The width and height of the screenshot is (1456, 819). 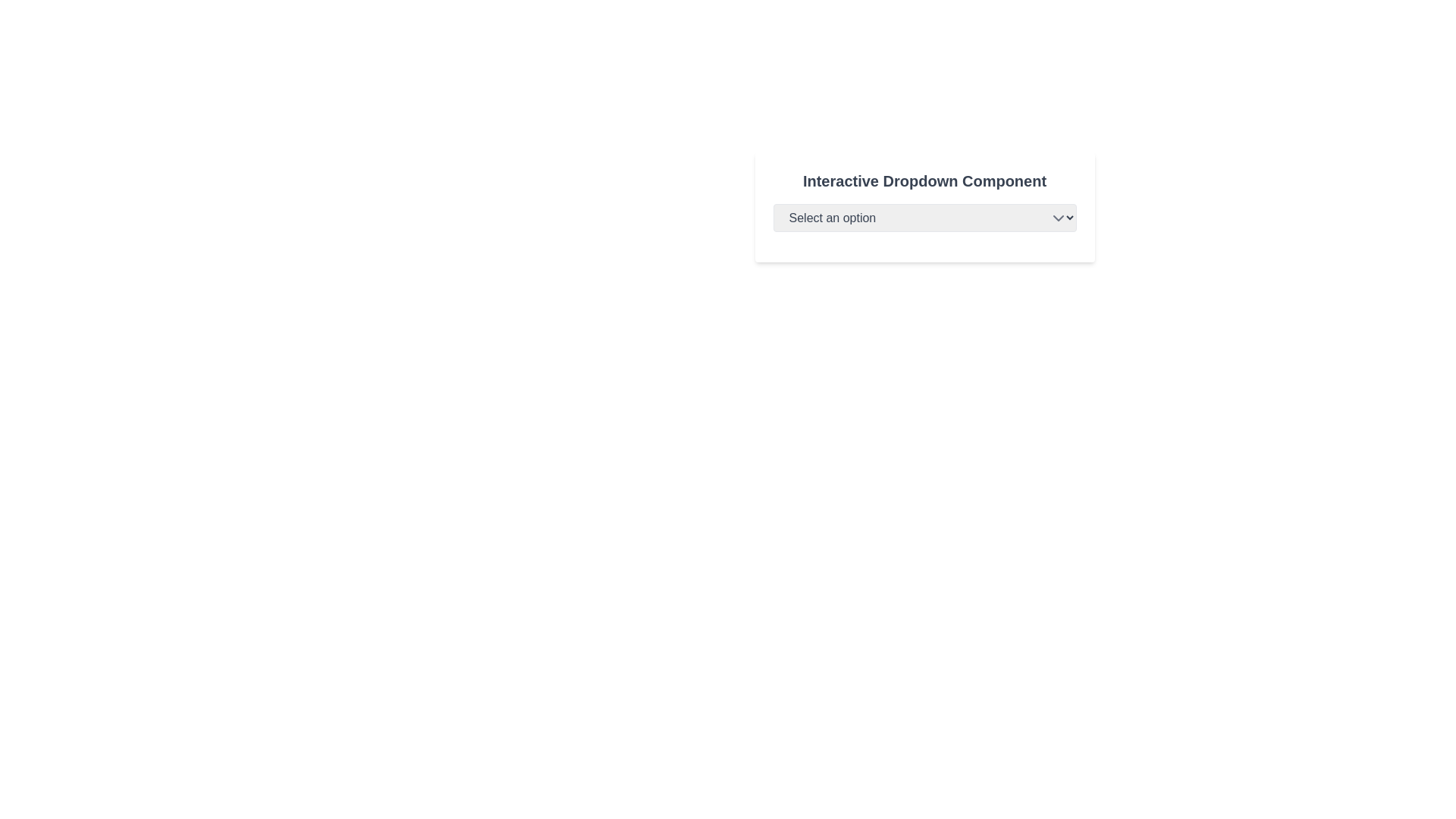 I want to click on the downward-facing chevron icon, so click(x=1057, y=218).